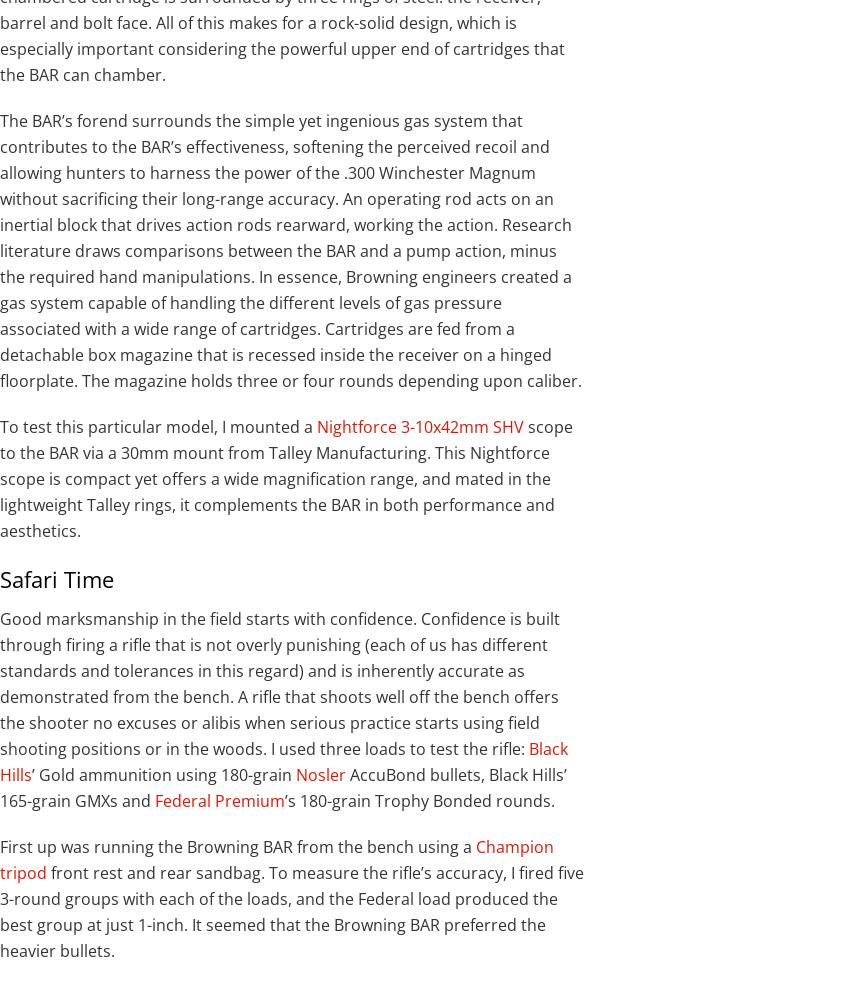 The height and width of the screenshot is (981, 850). I want to click on 'scope to the BAR via a 30mm mount from Talley Manufacturing. This Nightforce scope is compact yet offers a wide magnification range, and mated in the lightweight Talley rings, it complements the BAR in both performance and aesthetics.', so click(285, 477).